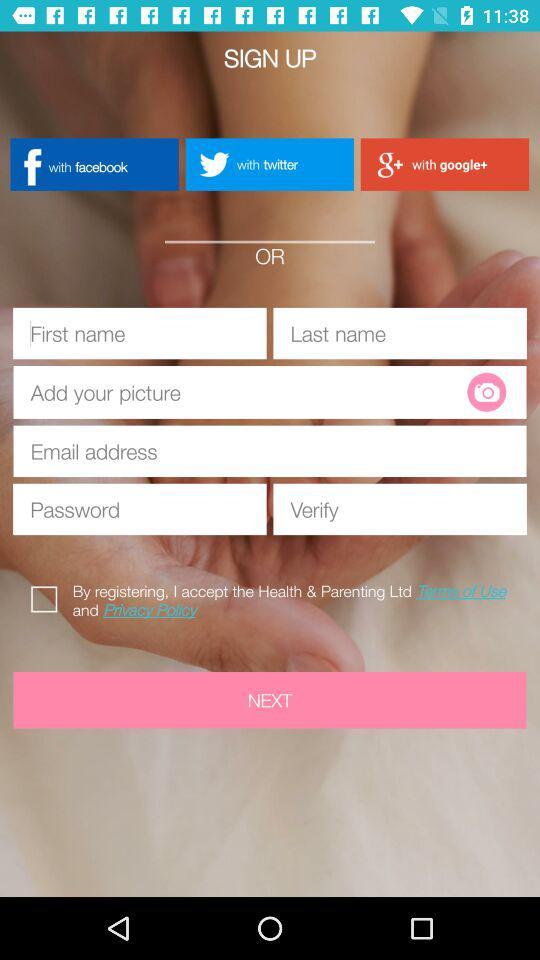  I want to click on item below the sign up app, so click(269, 163).